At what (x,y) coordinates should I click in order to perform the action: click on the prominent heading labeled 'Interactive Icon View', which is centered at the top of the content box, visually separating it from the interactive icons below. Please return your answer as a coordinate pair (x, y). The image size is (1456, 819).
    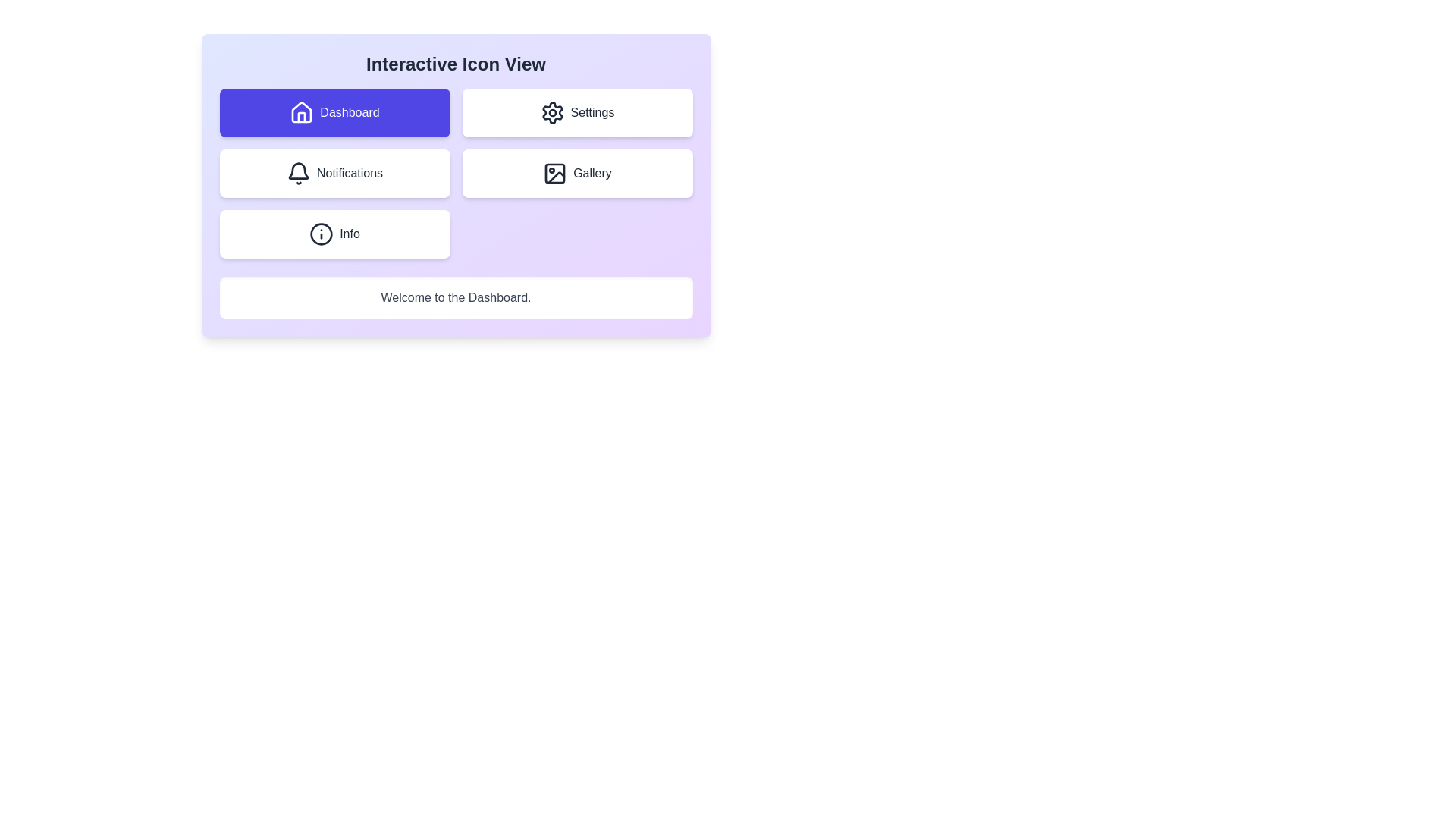
    Looking at the image, I should click on (455, 63).